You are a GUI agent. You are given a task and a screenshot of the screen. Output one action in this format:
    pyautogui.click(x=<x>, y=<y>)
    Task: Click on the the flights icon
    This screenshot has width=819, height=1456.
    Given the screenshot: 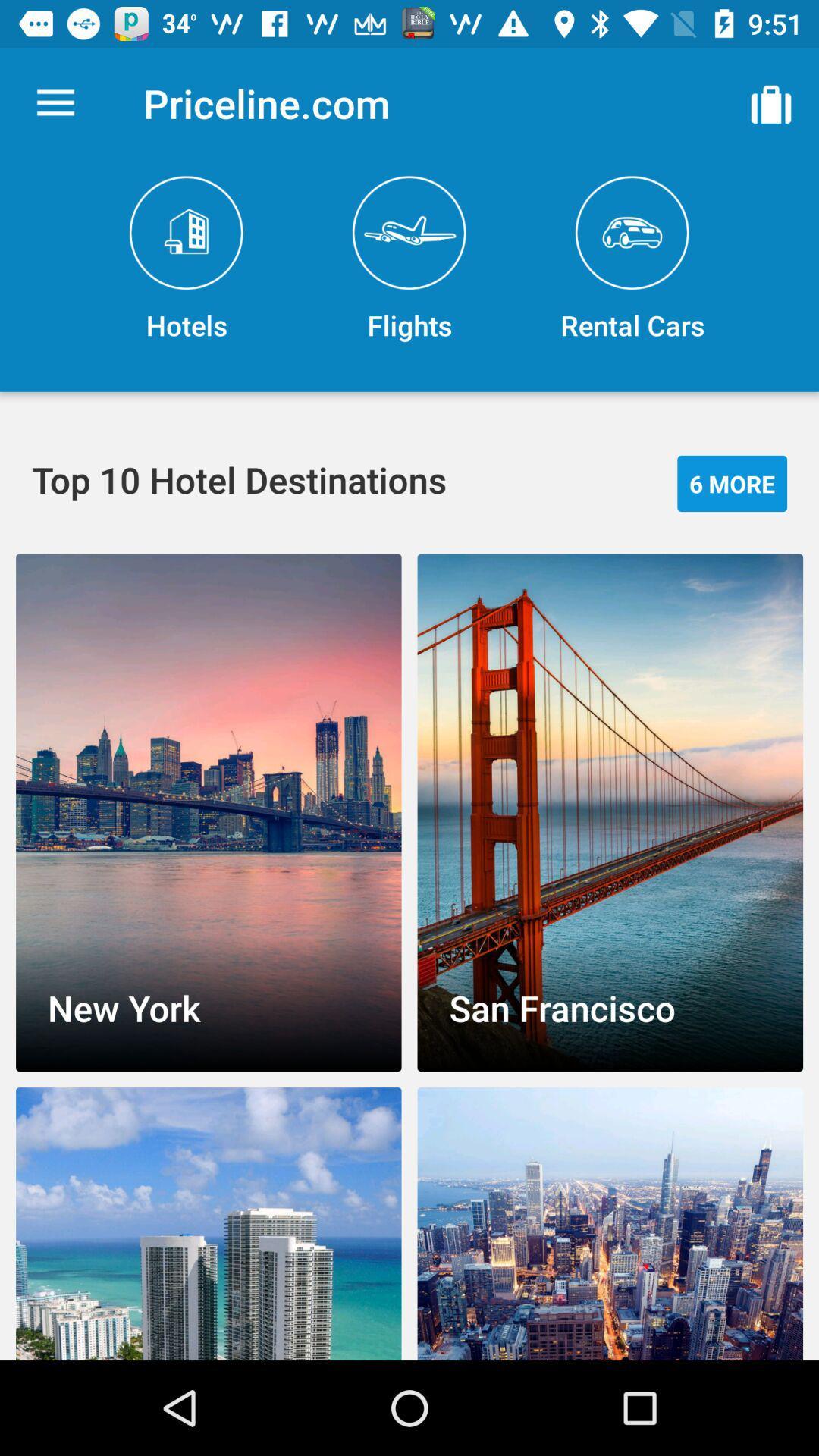 What is the action you would take?
    pyautogui.click(x=409, y=259)
    